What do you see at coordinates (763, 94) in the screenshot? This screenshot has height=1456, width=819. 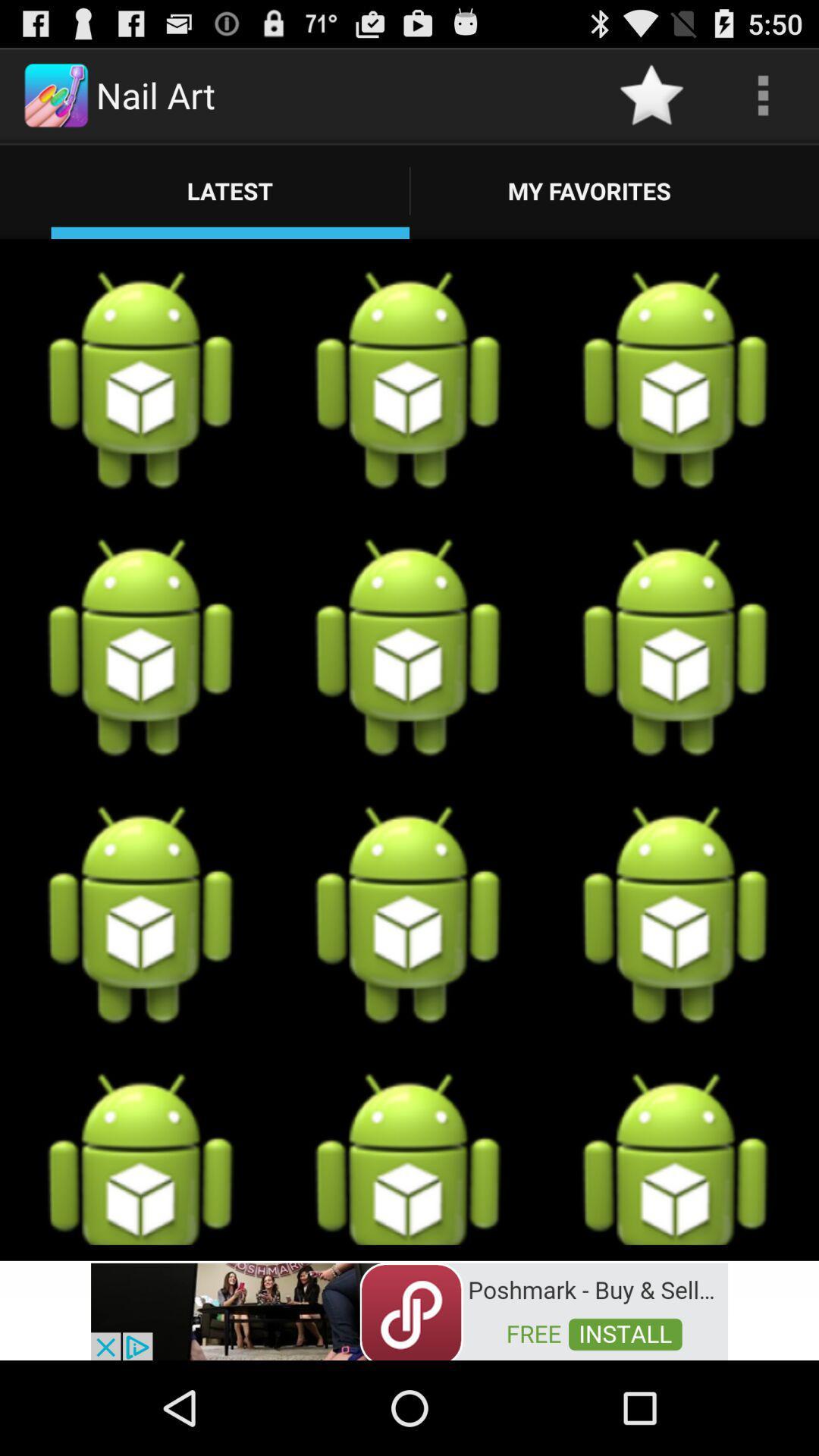 I see `the option which is next to the star icon` at bounding box center [763, 94].